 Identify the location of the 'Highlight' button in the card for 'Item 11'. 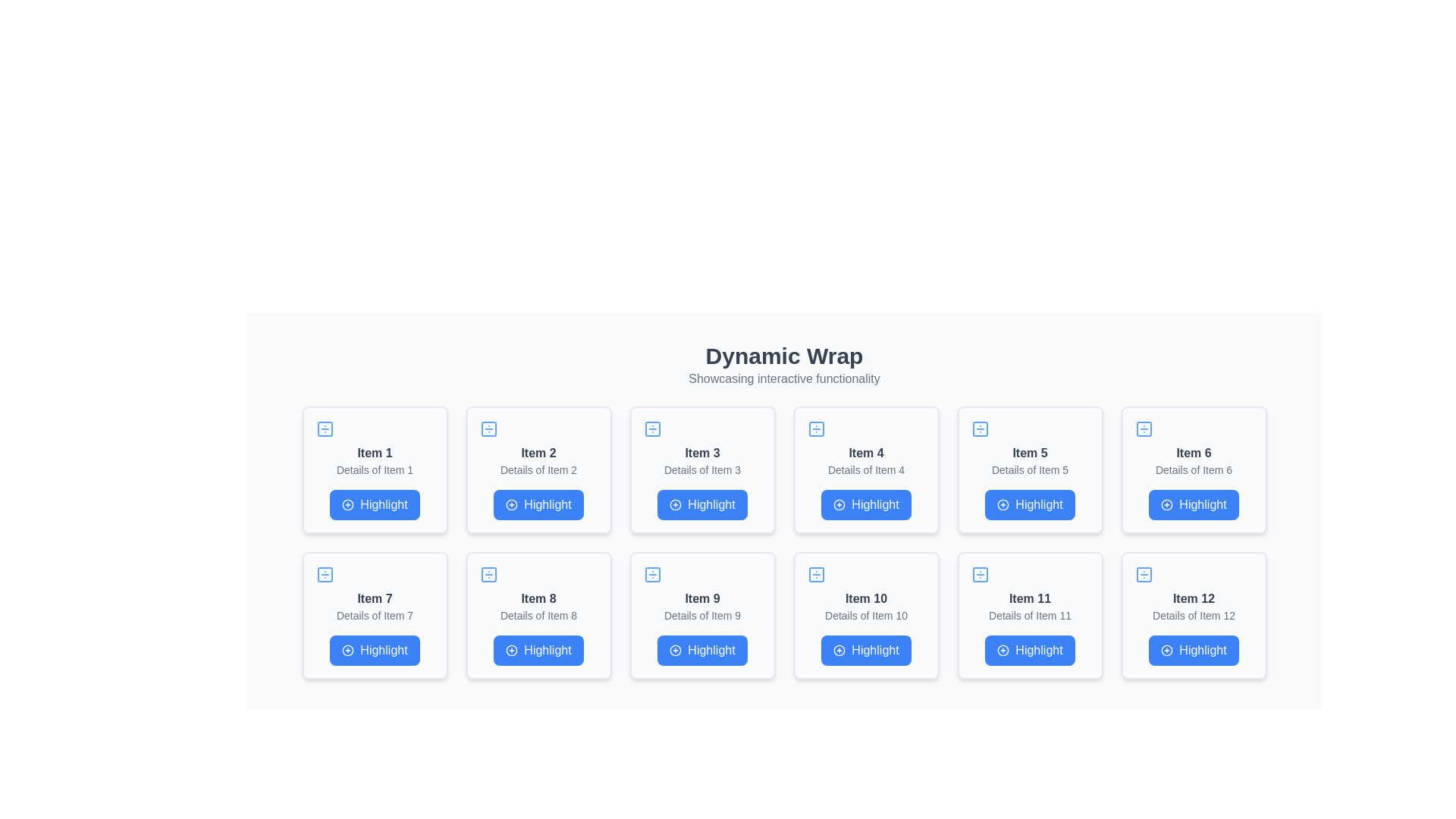
(1030, 616).